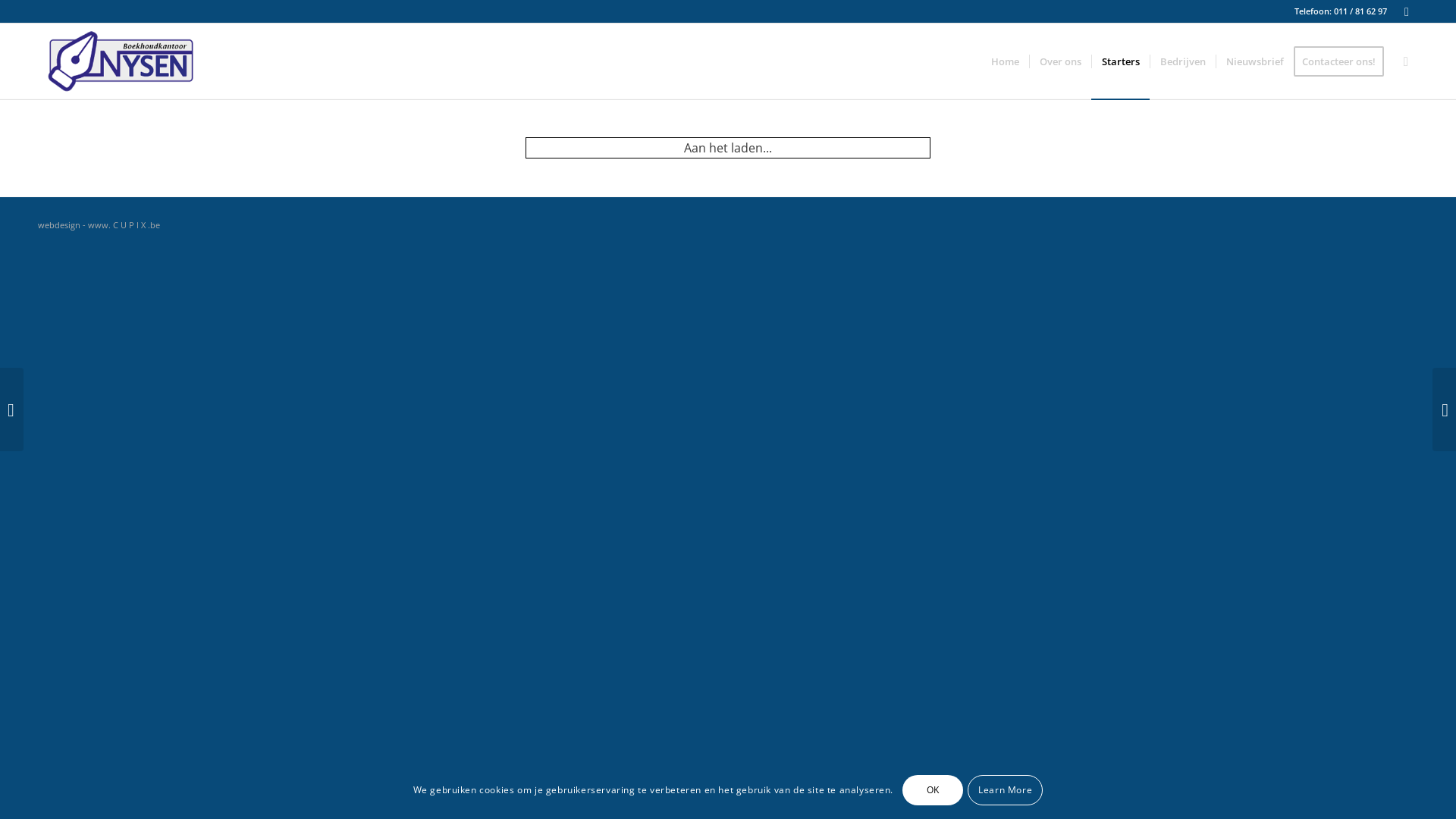 The image size is (1456, 819). What do you see at coordinates (1405, 11) in the screenshot?
I see `'Facebook'` at bounding box center [1405, 11].